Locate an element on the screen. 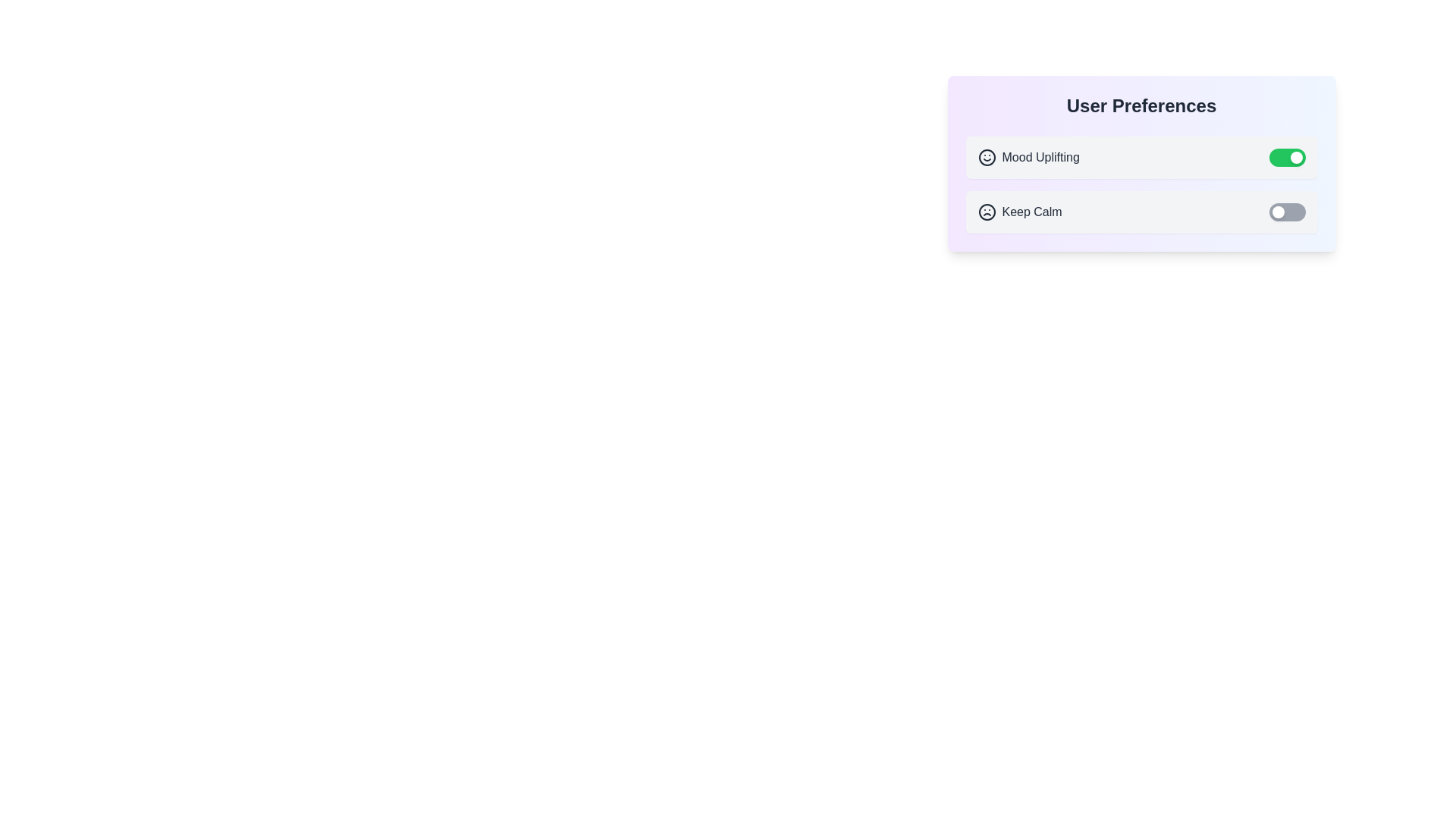  the label text with an icon that indicates the toggle switch option under 'User Preferences' is located at coordinates (1020, 212).